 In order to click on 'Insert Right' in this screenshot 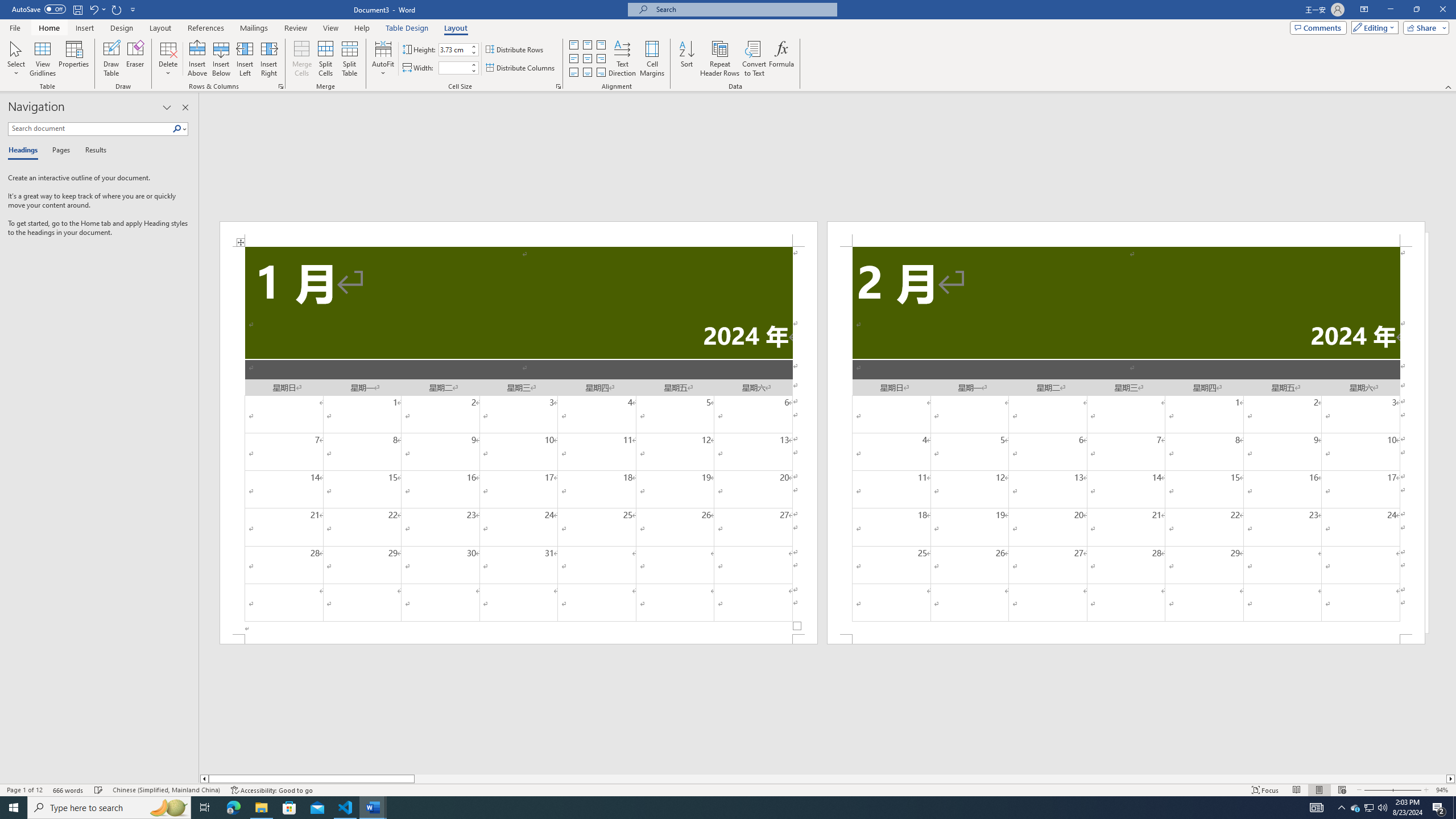, I will do `click(268, 59)`.